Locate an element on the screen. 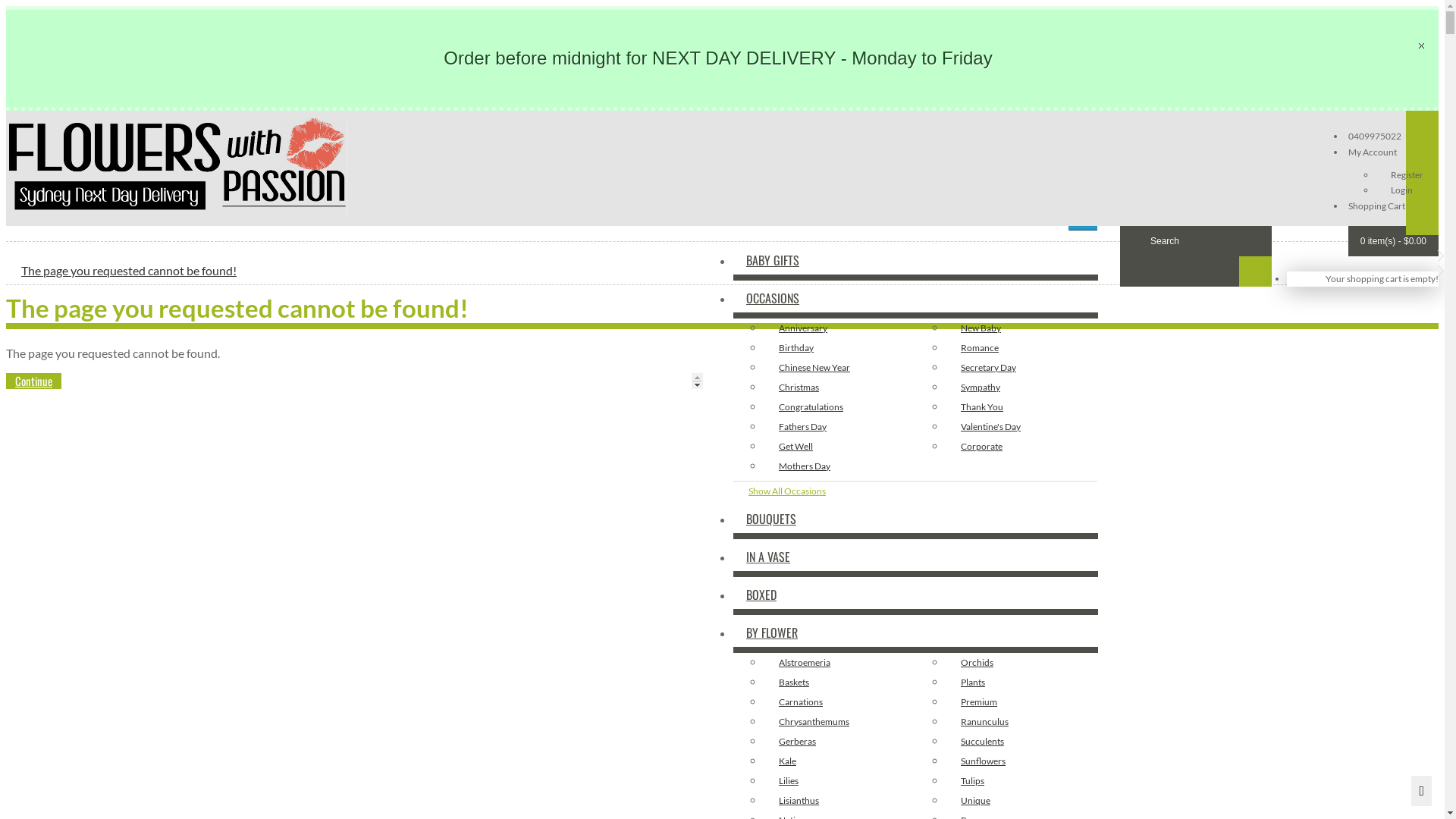  'Flowers With Passion (ABN 39694061234) ' is located at coordinates (177, 166).